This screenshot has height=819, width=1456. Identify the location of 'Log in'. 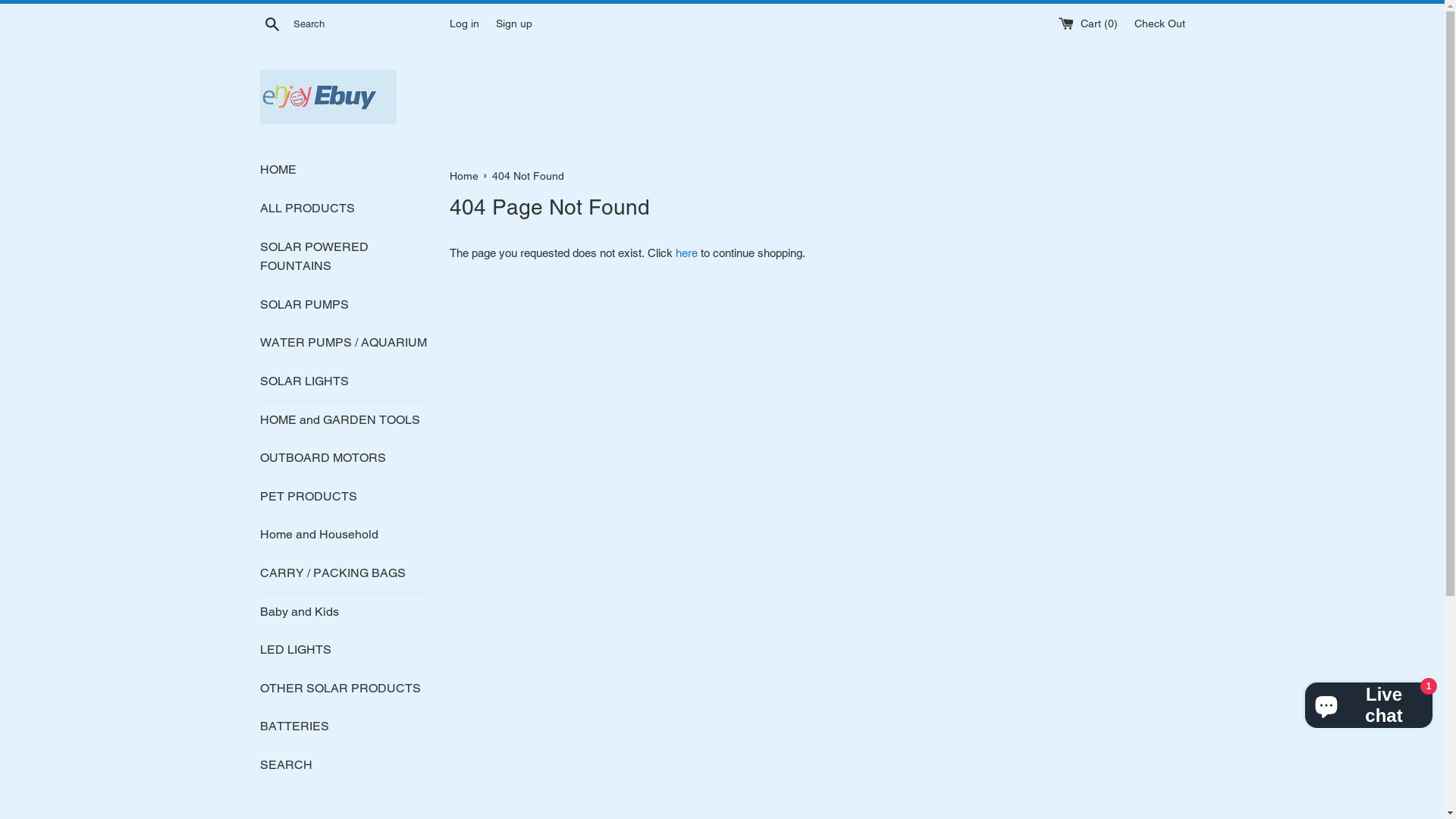
(463, 23).